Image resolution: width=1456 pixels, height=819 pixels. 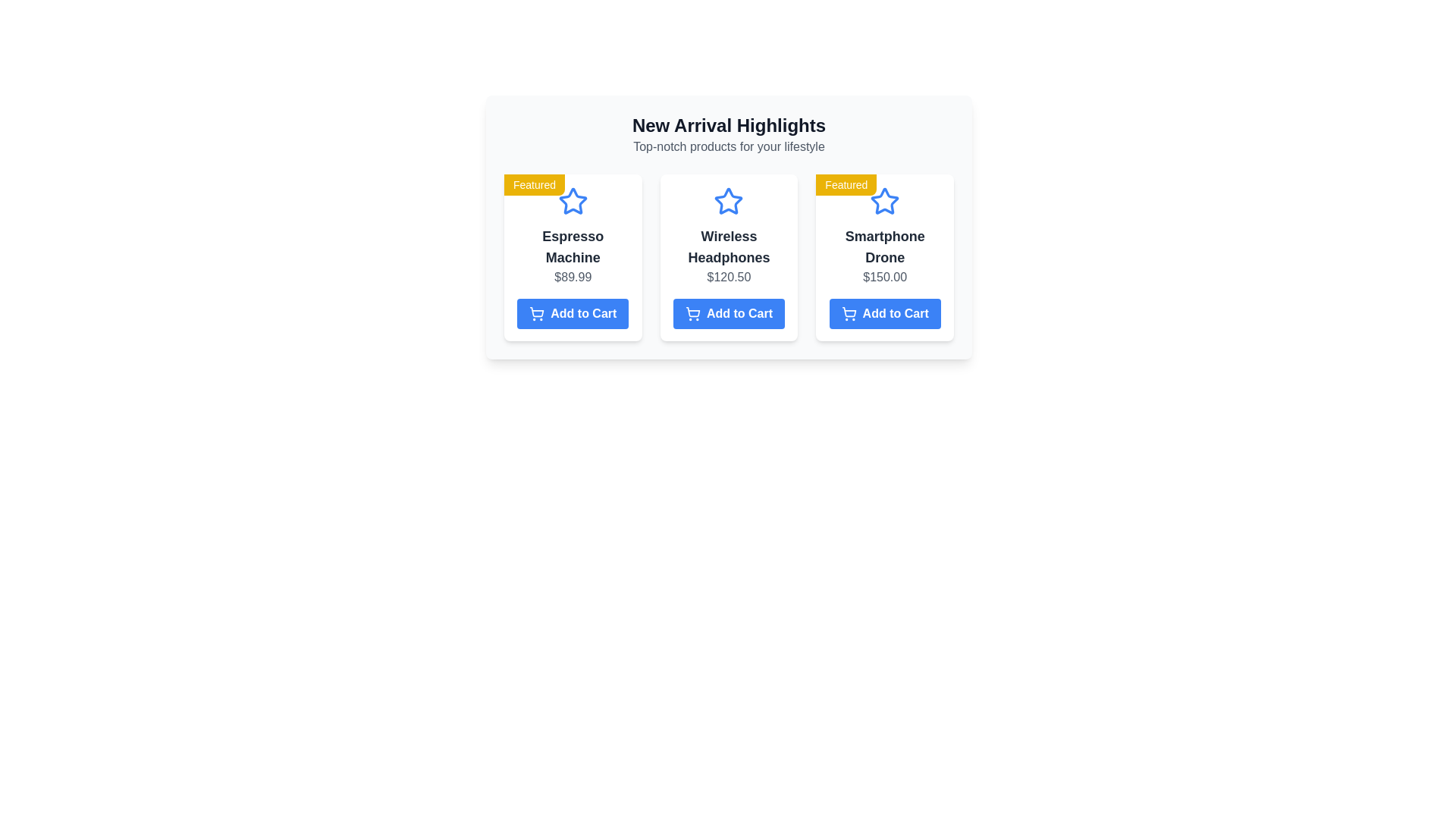 I want to click on the decorative graphic icon located at the top section of the first card, which indicates featured items above the item title 'Espresso Machine', so click(x=572, y=201).